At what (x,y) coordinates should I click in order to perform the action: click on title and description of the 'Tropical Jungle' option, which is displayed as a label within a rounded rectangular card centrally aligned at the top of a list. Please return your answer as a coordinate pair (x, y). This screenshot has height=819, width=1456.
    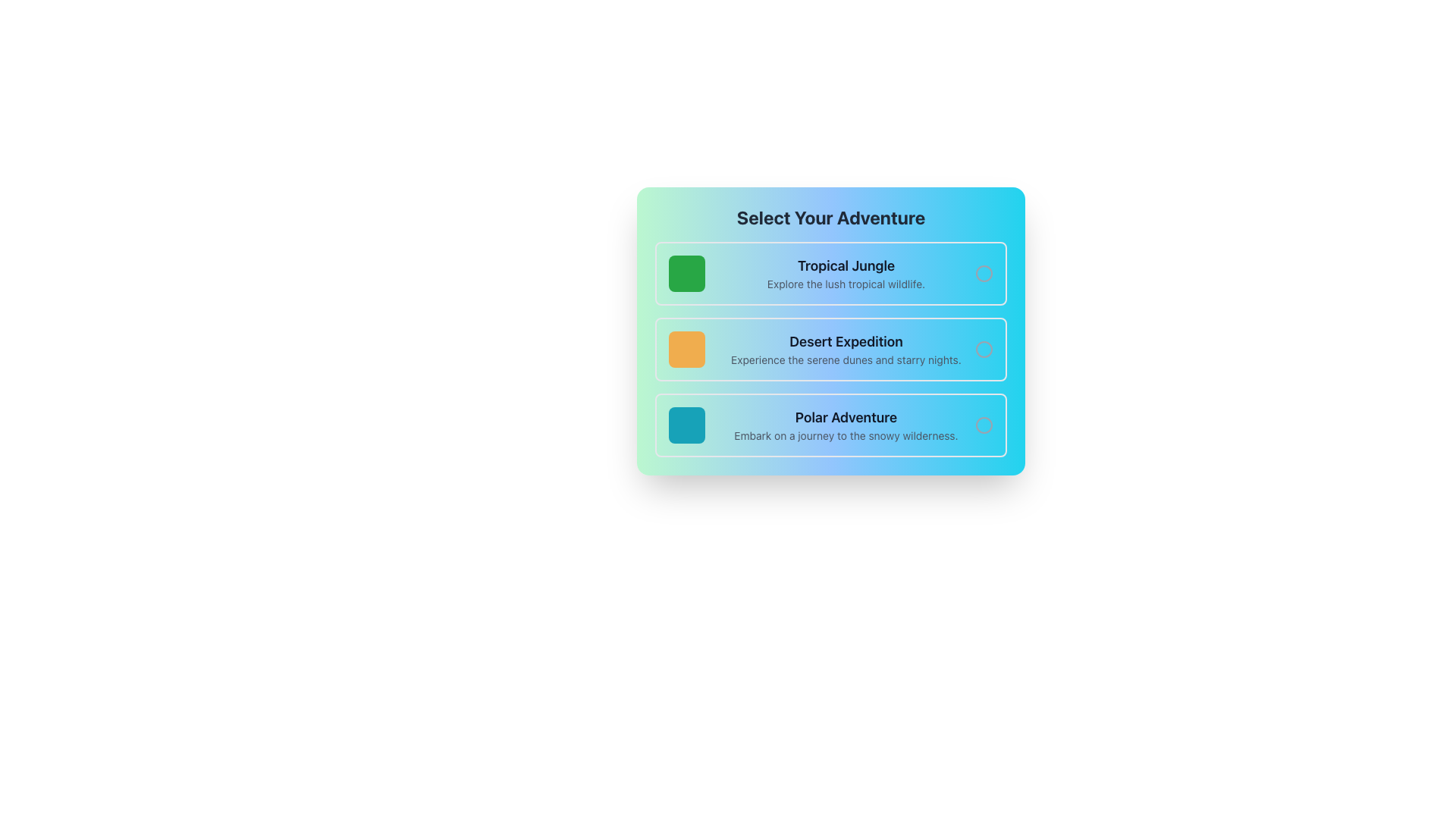
    Looking at the image, I should click on (846, 274).